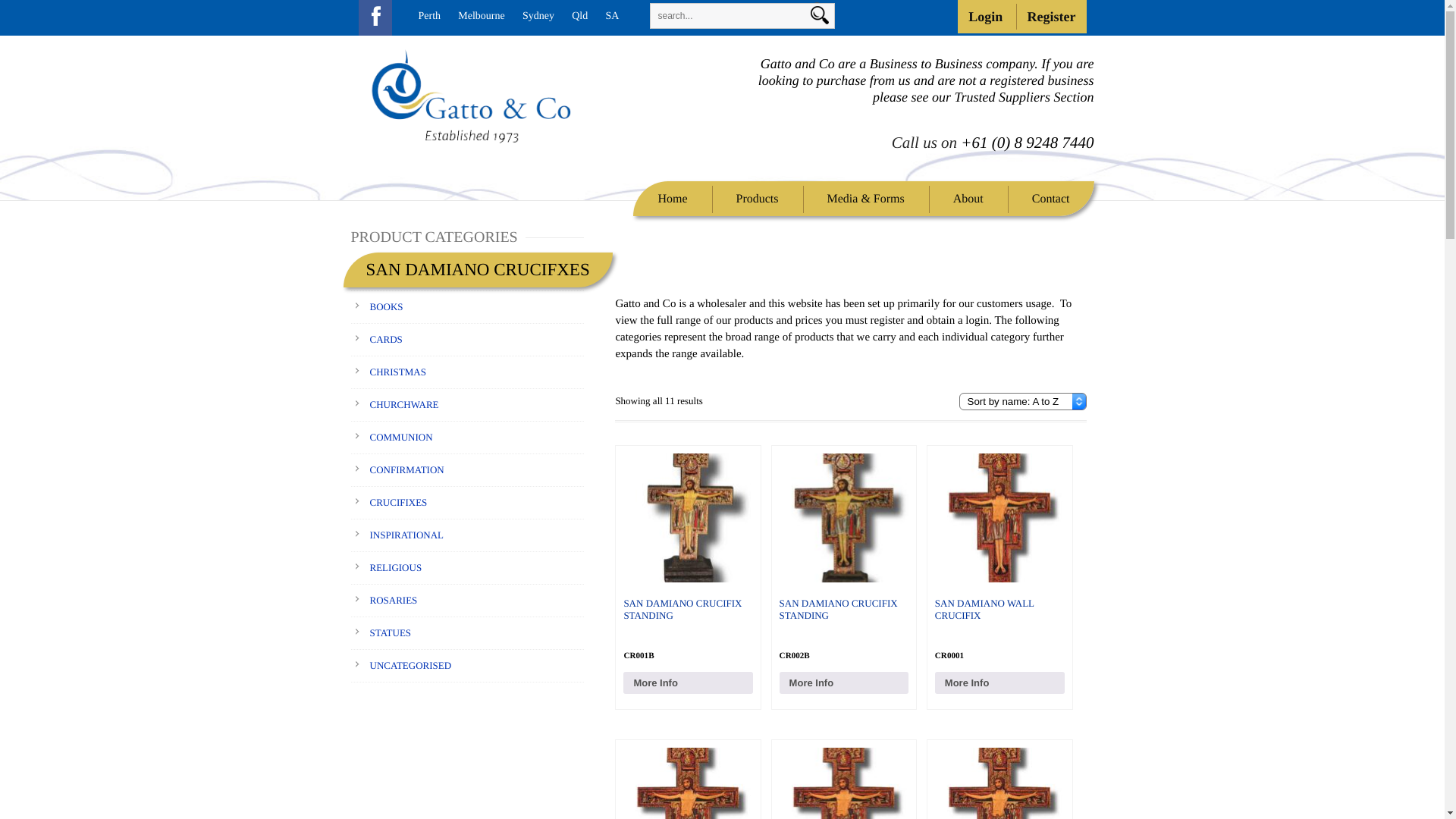 The width and height of the screenshot is (1456, 819). What do you see at coordinates (397, 372) in the screenshot?
I see `'CHRISTMAS'` at bounding box center [397, 372].